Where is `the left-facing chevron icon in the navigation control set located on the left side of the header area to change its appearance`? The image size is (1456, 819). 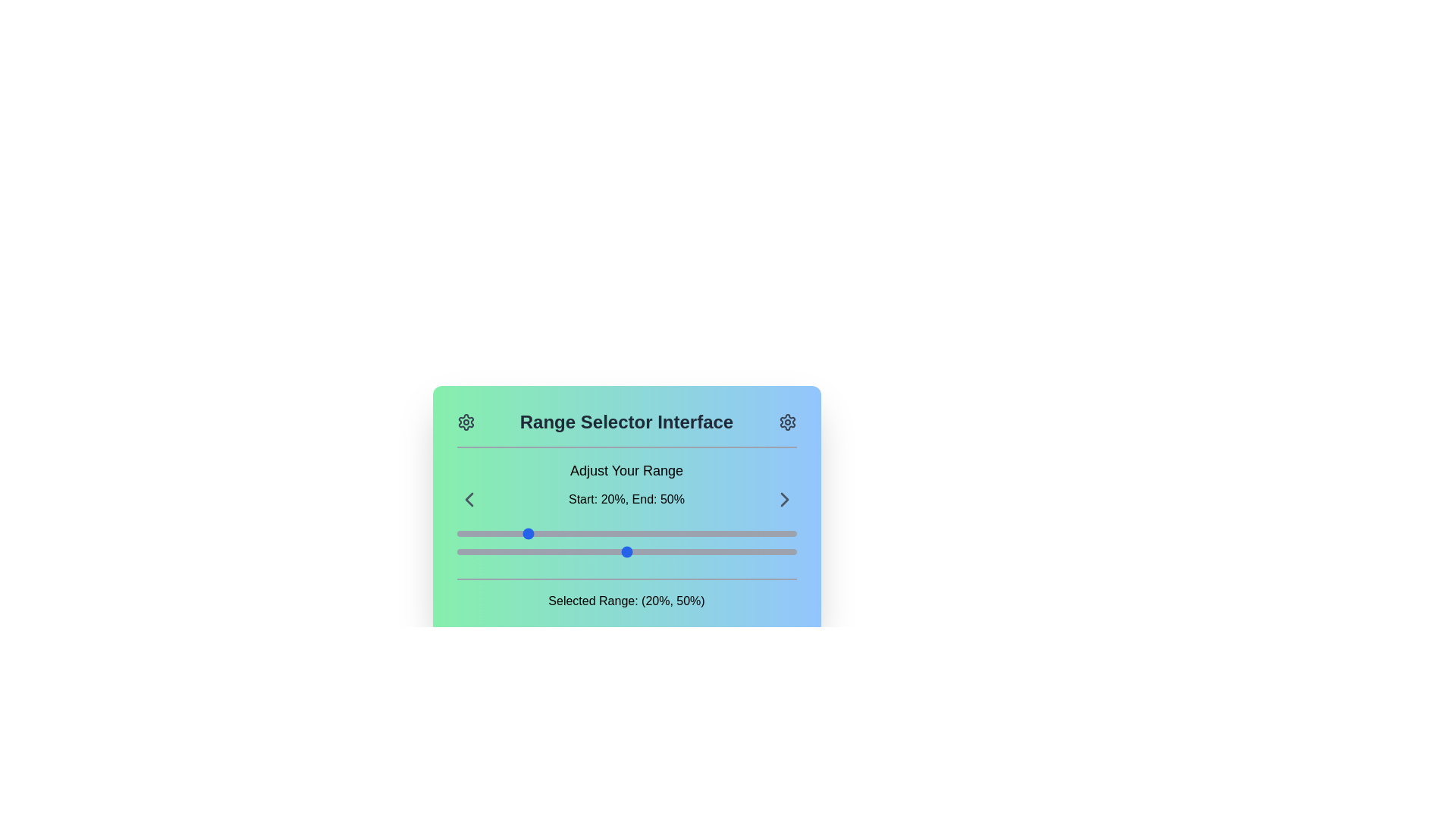 the left-facing chevron icon in the navigation control set located on the left side of the header area to change its appearance is located at coordinates (468, 500).